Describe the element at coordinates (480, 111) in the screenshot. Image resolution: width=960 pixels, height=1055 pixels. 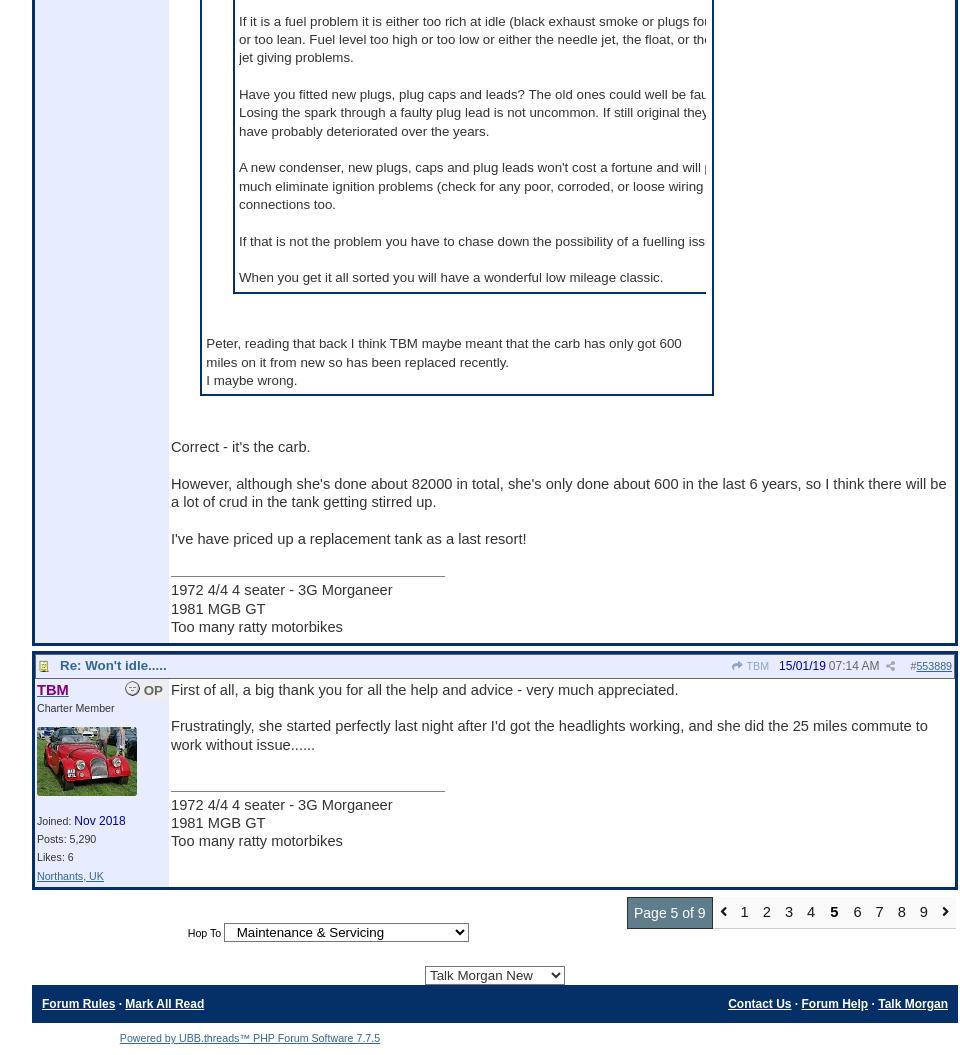
I see `'Have you fitted new plugs, plug caps and leads? The old ones could well be faulty. Losing the spark through a faulty plug lead is not uncommon. If still original they have probably deteriorated over the years.'` at that location.